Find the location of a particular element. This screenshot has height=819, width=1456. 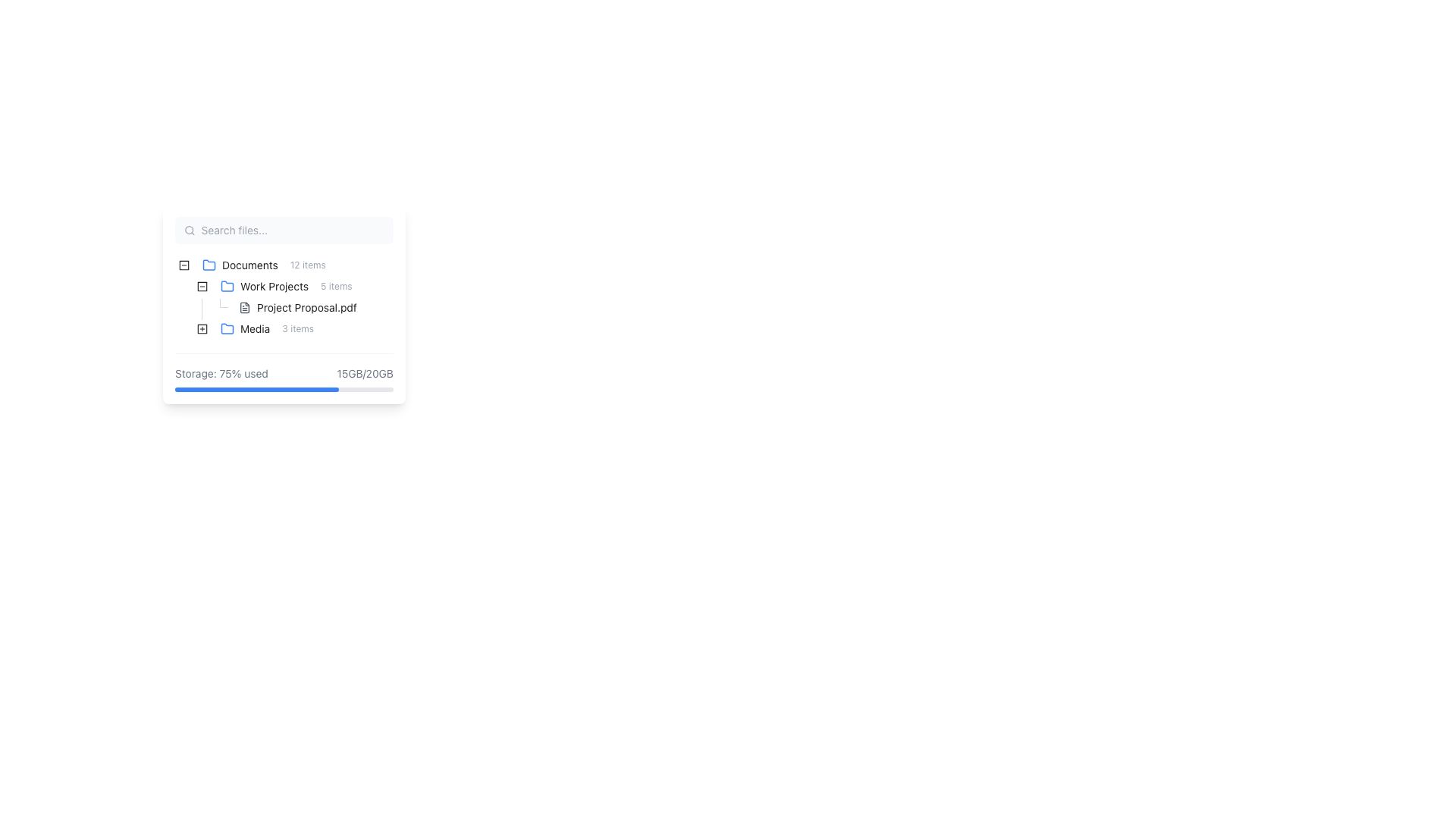

the progress bar segment that visually represents the used storage space, indicated by the label 'Storage: 75% used' is located at coordinates (257, 388).